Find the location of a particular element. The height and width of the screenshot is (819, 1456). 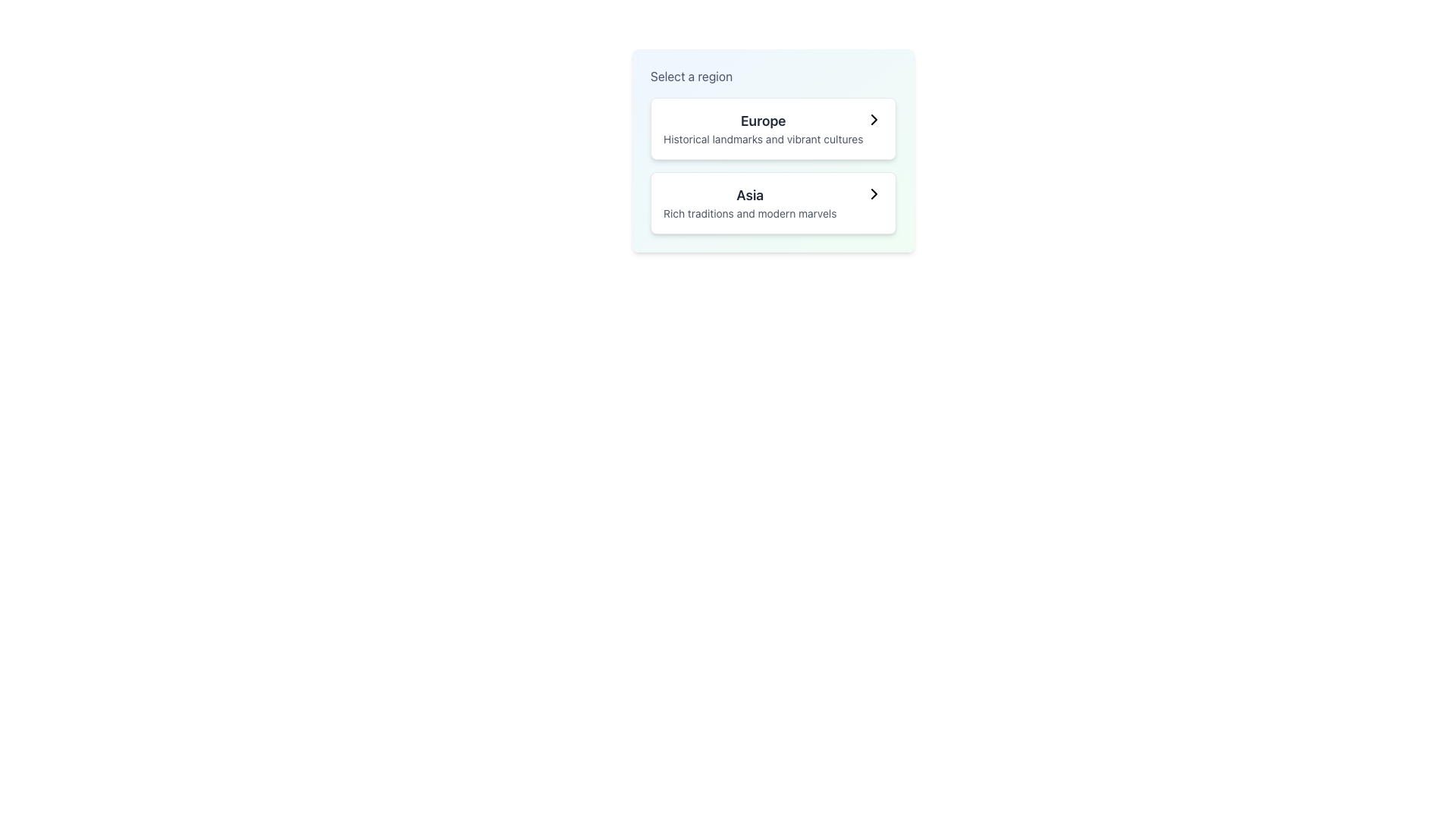

the arrow-like icon pointing to the right, located to the right of the 'Europe' label in the region list is located at coordinates (874, 119).